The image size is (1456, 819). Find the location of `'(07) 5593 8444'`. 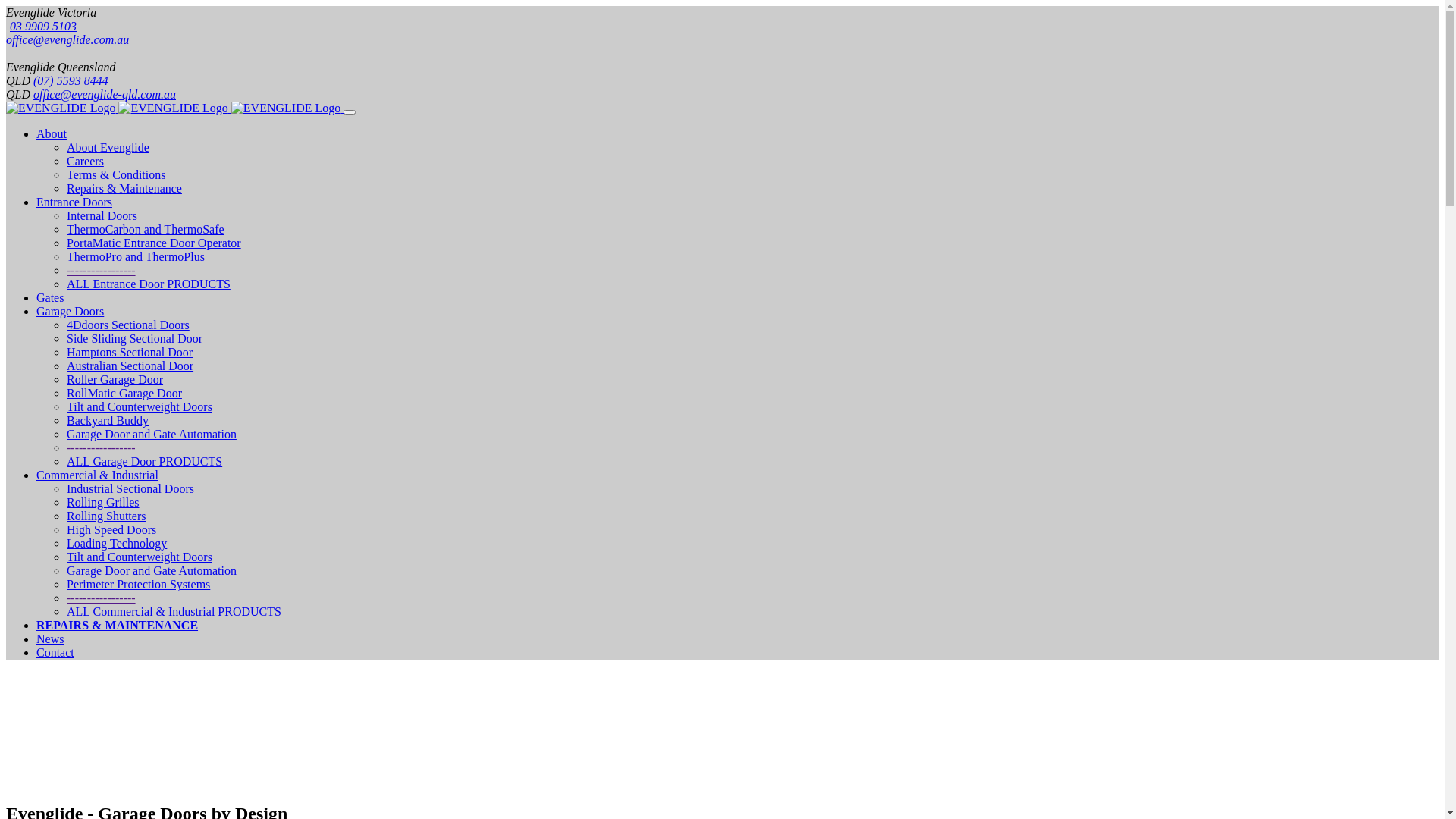

'(07) 5593 8444' is located at coordinates (70, 80).